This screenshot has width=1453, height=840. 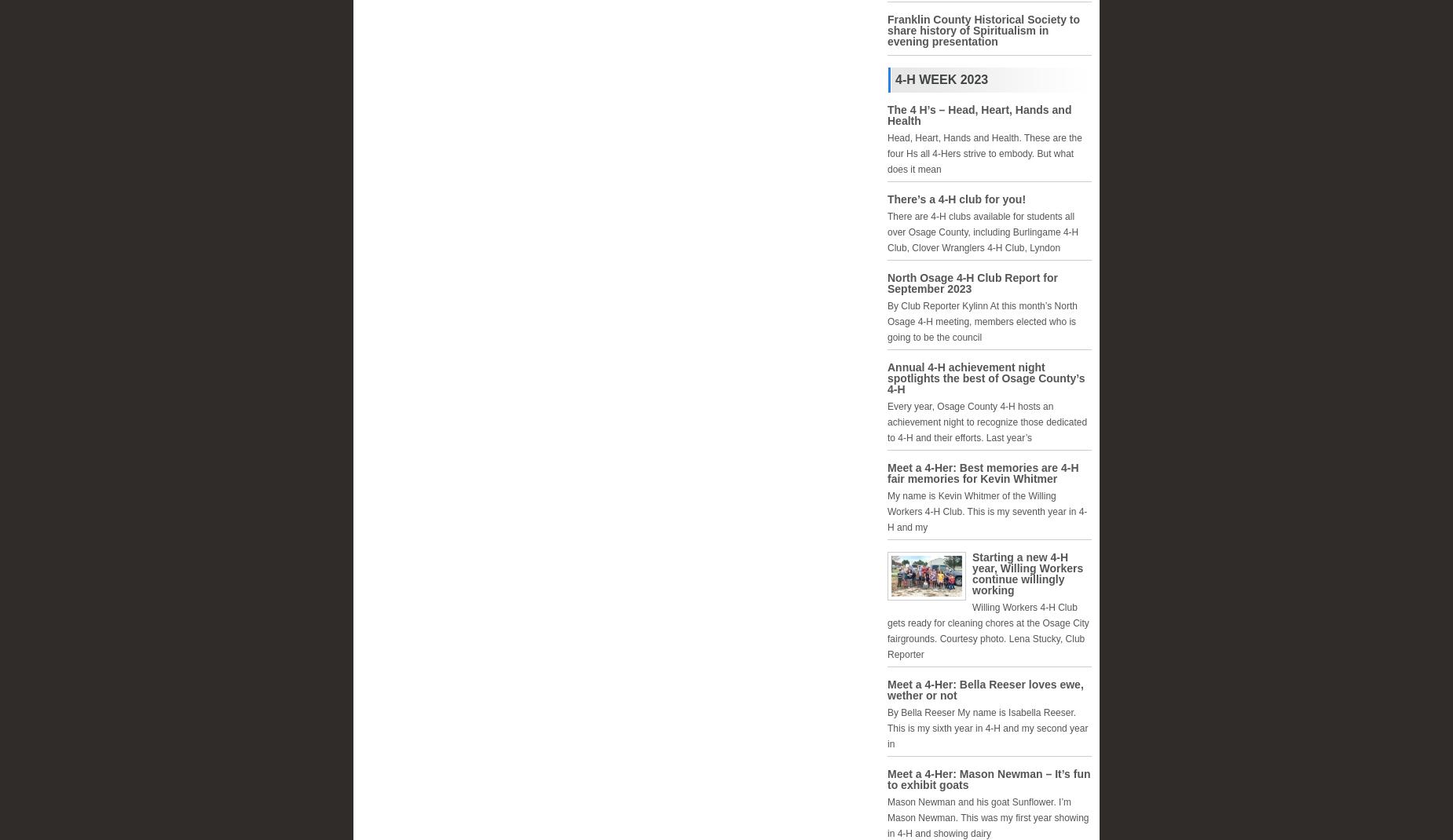 I want to click on 'Annual 4-H achievement night spotlights the best of Osage County’s 4-H', so click(x=886, y=378).